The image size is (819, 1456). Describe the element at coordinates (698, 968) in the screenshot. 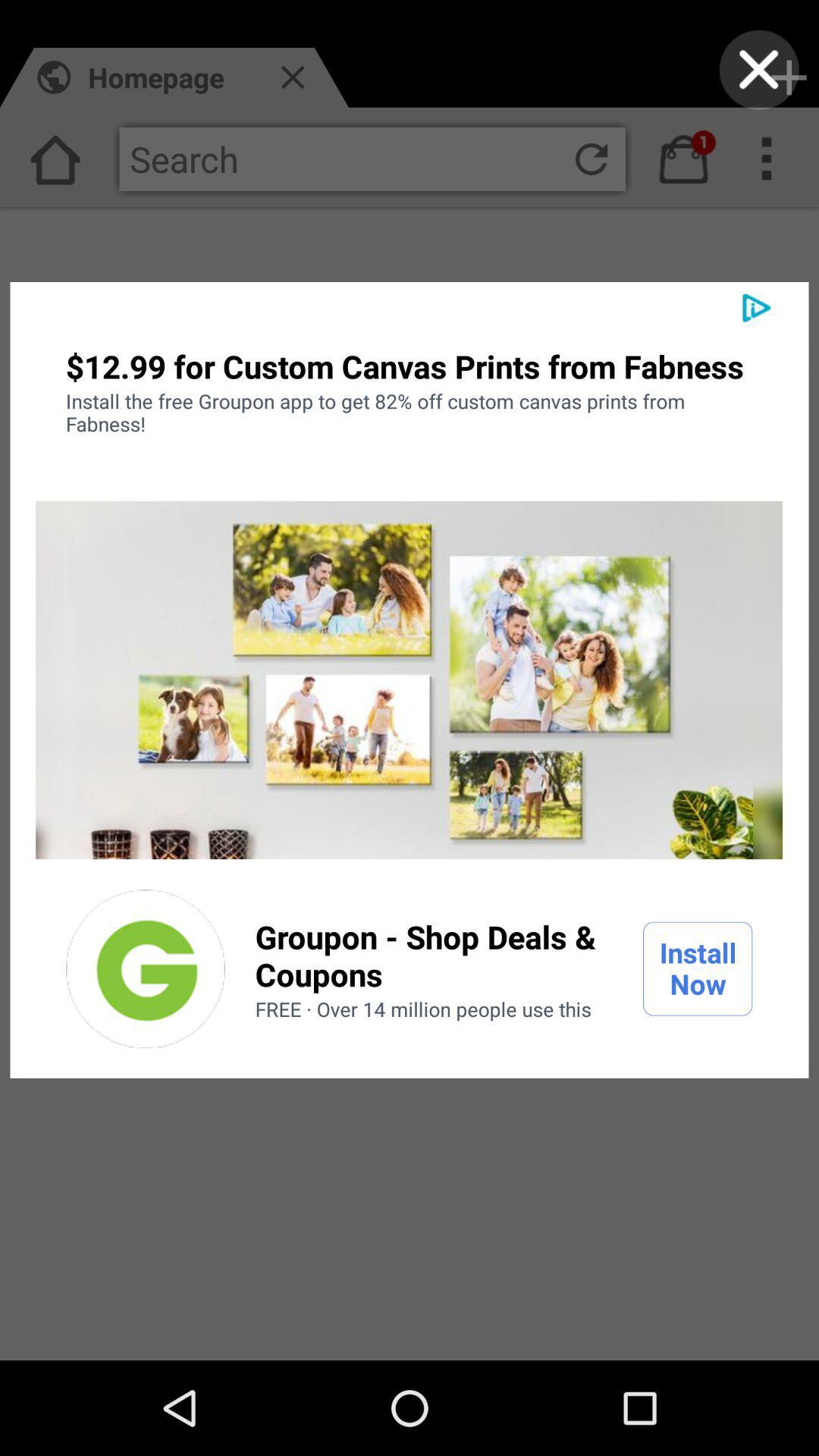

I see `the install now item` at that location.